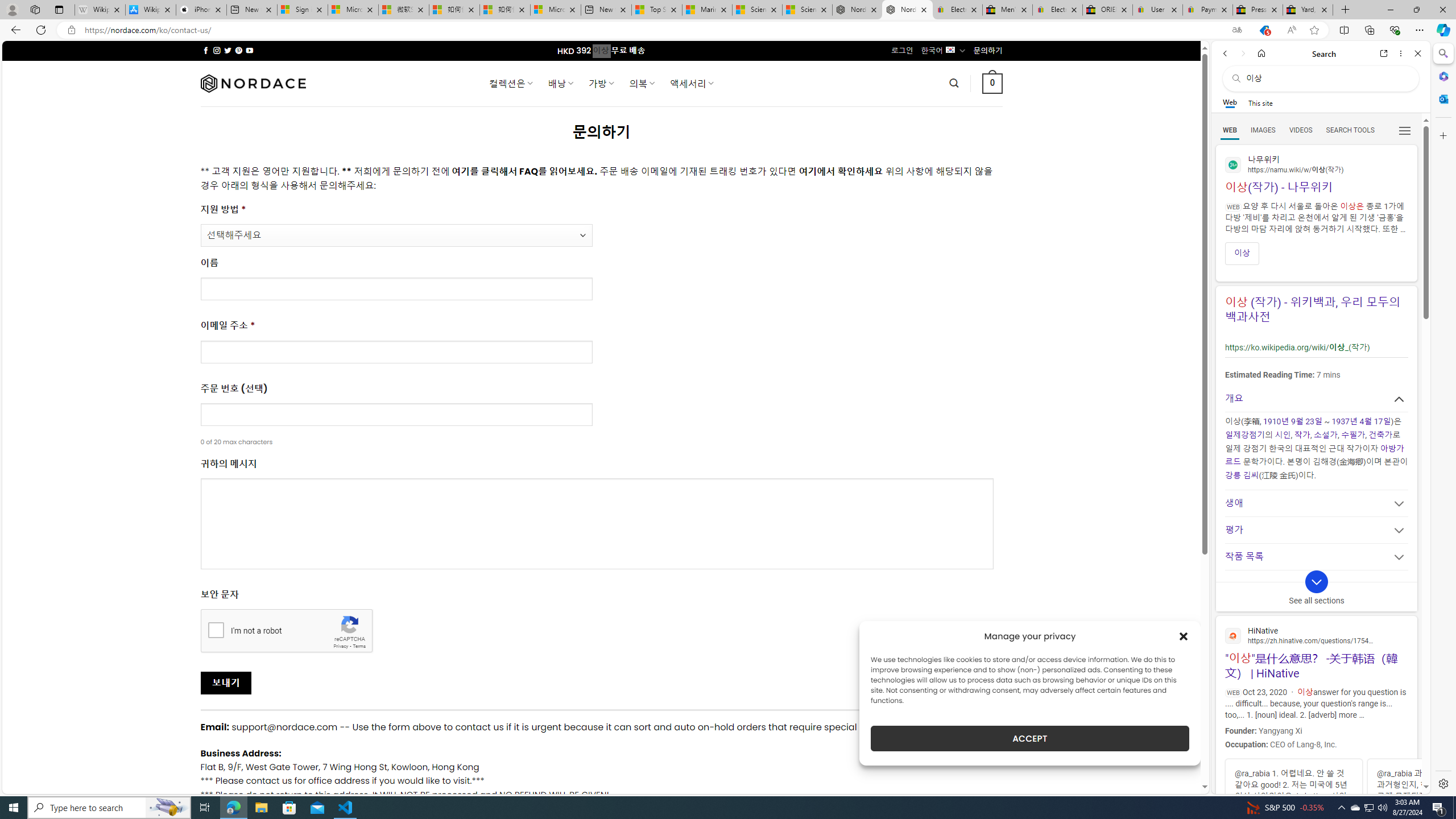 The height and width of the screenshot is (819, 1456). What do you see at coordinates (1236, 30) in the screenshot?
I see `'Show translate options'` at bounding box center [1236, 30].